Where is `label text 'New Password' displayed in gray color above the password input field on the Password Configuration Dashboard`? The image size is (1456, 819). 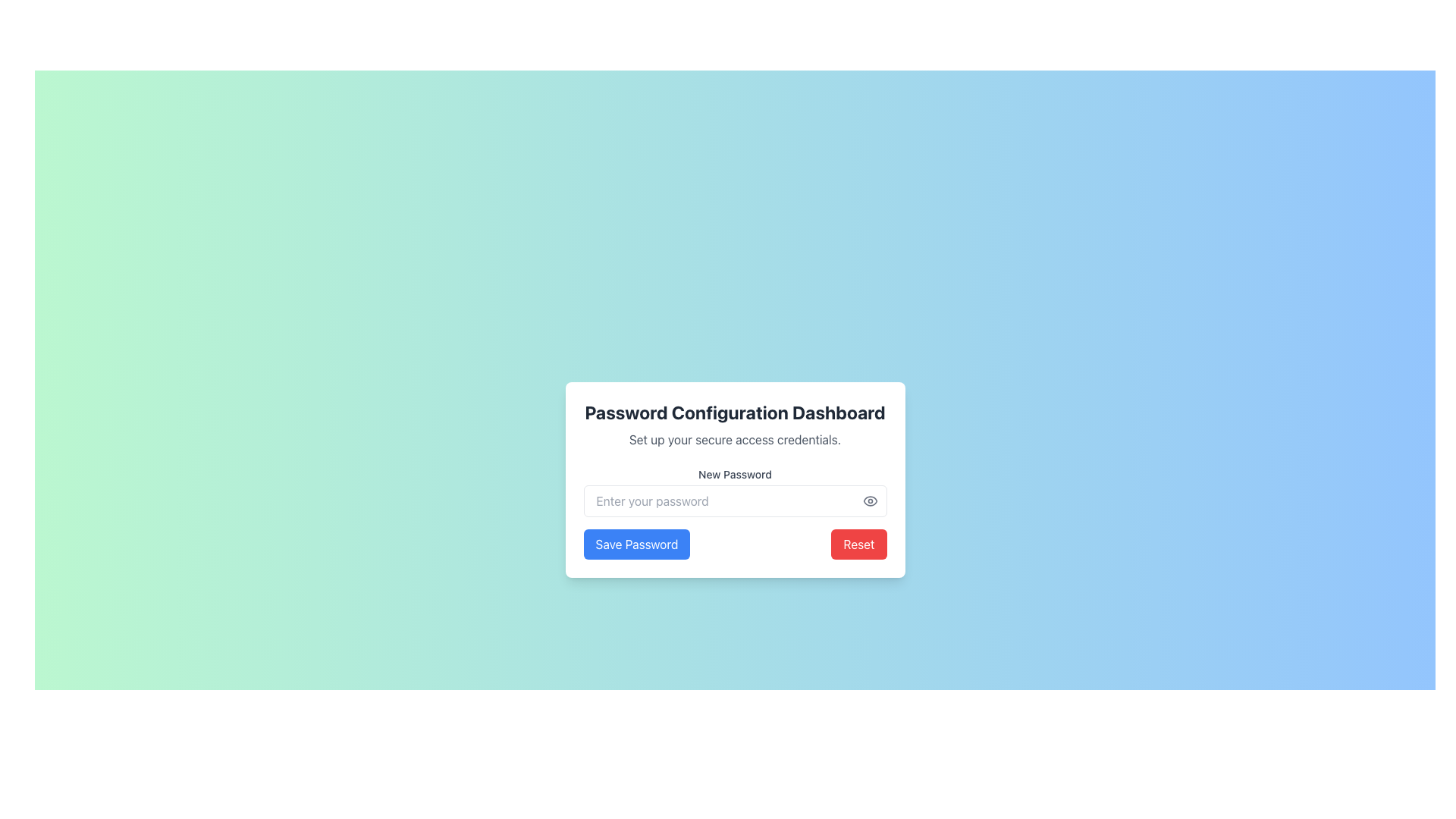 label text 'New Password' displayed in gray color above the password input field on the Password Configuration Dashboard is located at coordinates (735, 473).